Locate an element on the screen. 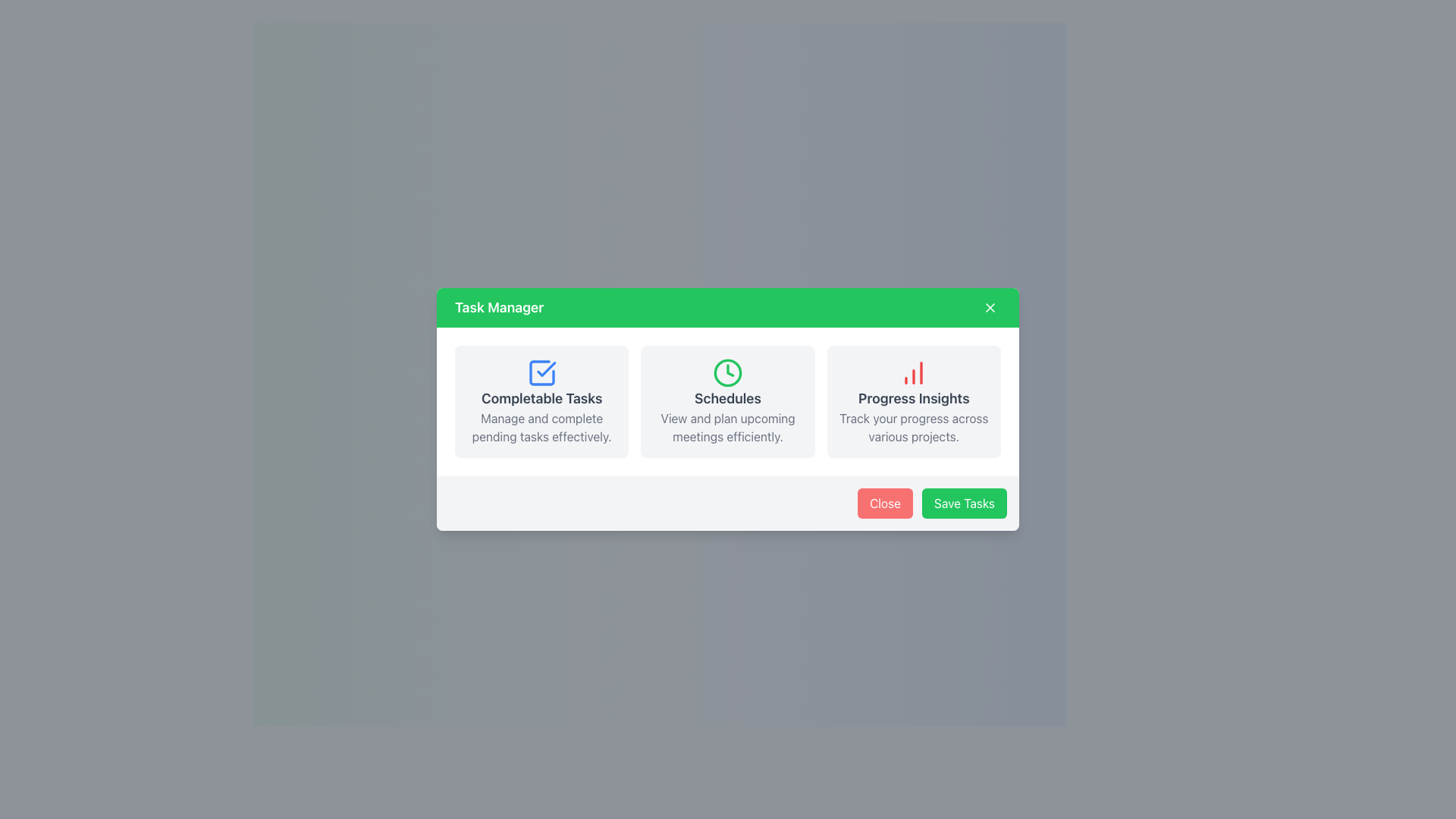 Image resolution: width=1456 pixels, height=819 pixels. the 'X' icon in the top right corner of the green header section of the 'Task Manager' dialog is located at coordinates (990, 307).